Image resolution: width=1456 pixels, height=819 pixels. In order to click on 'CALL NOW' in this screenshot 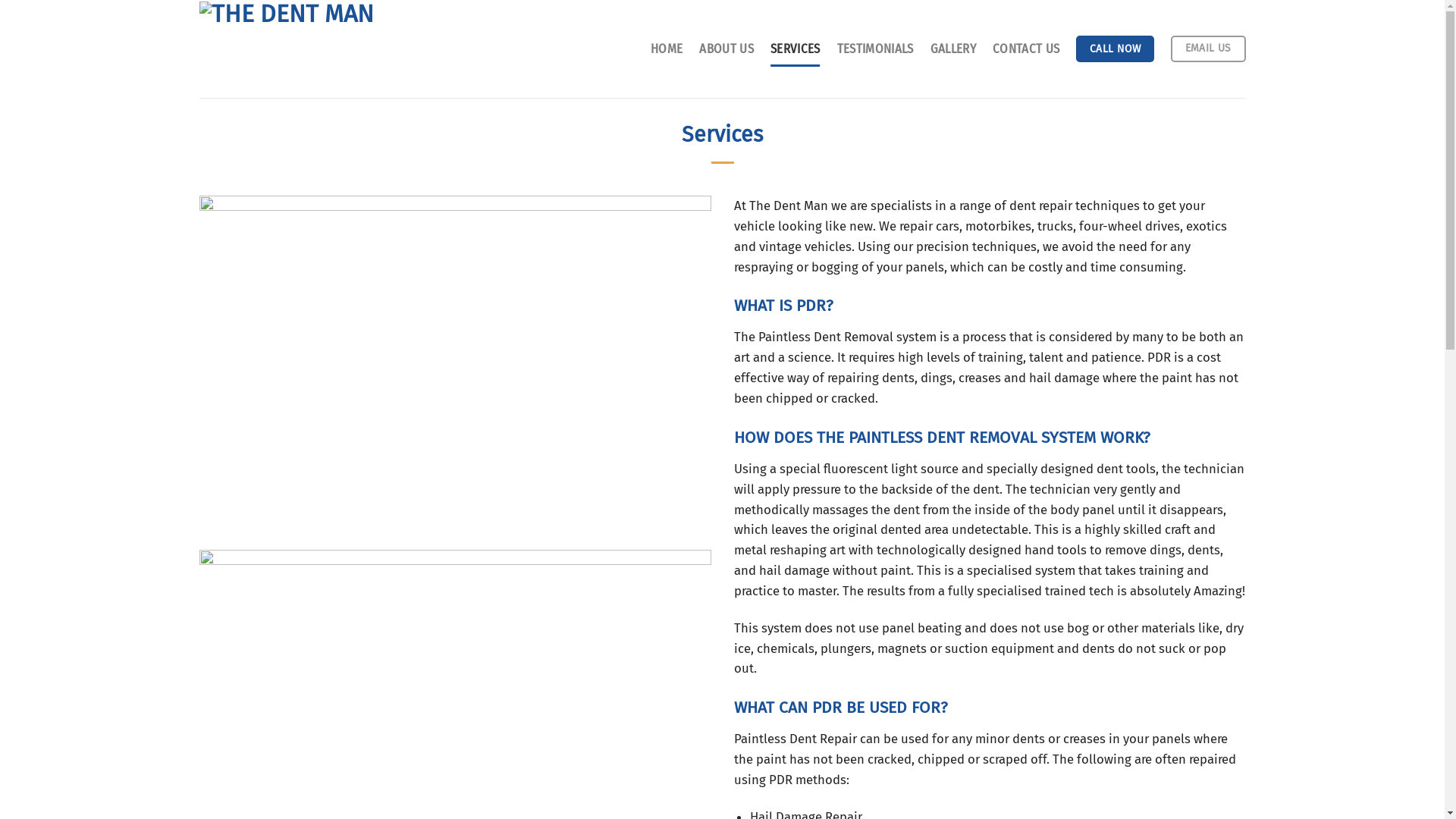, I will do `click(1115, 48)`.